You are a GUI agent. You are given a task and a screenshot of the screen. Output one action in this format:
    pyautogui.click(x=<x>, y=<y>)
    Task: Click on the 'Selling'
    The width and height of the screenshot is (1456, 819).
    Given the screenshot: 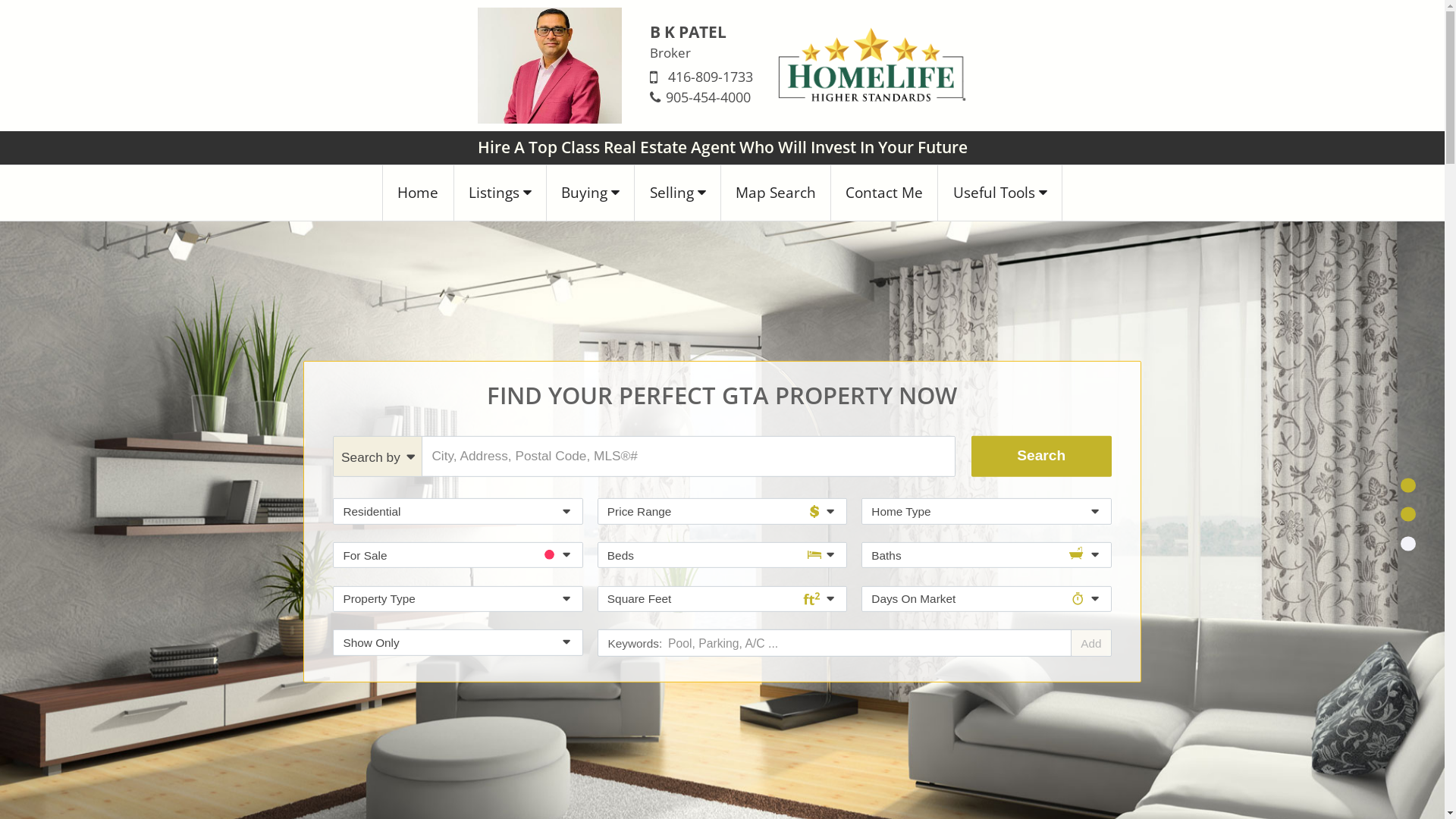 What is the action you would take?
    pyautogui.click(x=676, y=192)
    